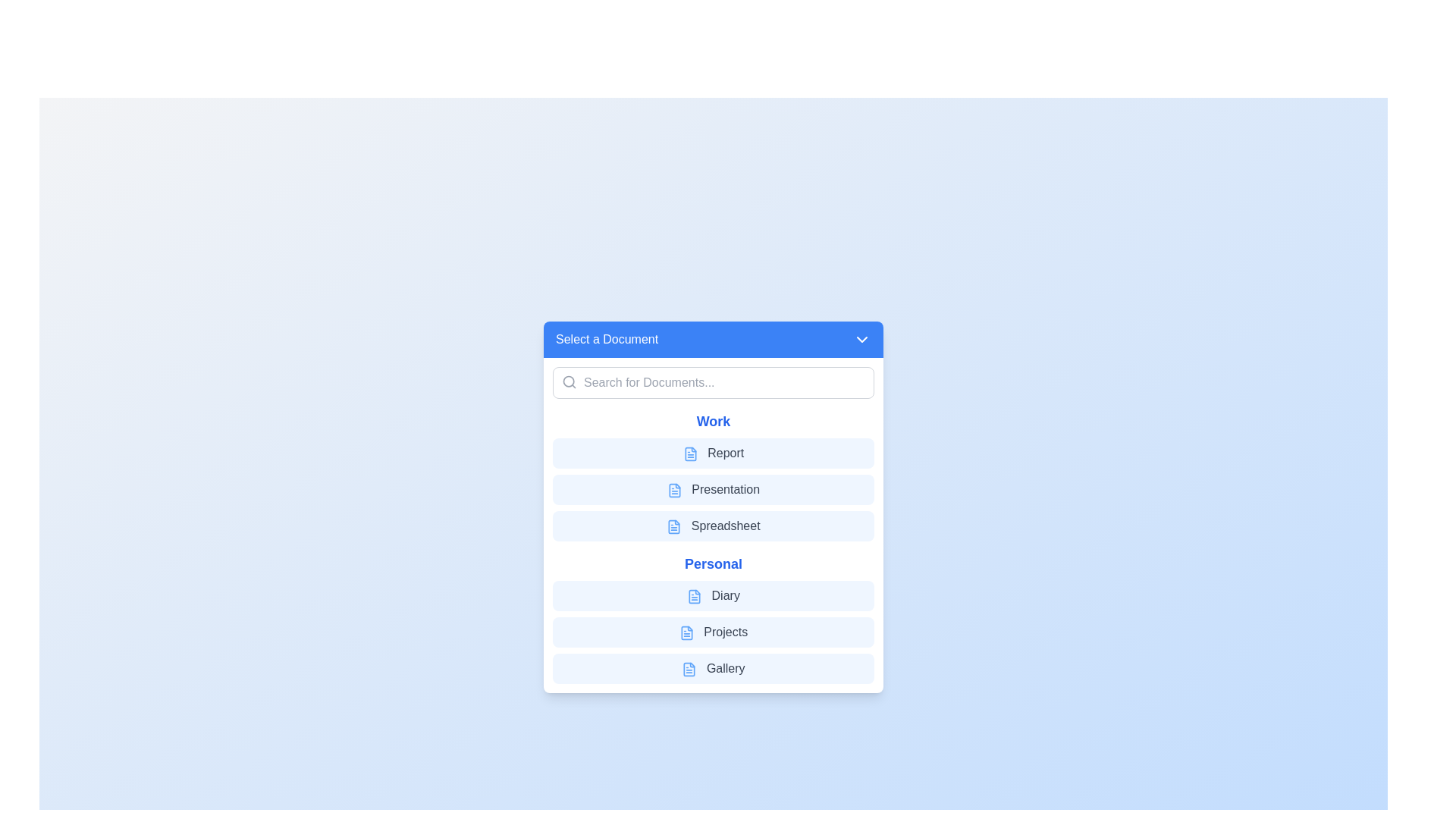  Describe the element at coordinates (673, 526) in the screenshot. I see `document file icon that has a blue outline and is associated with the 'Spreadsheet' label under the 'Work' section` at that location.